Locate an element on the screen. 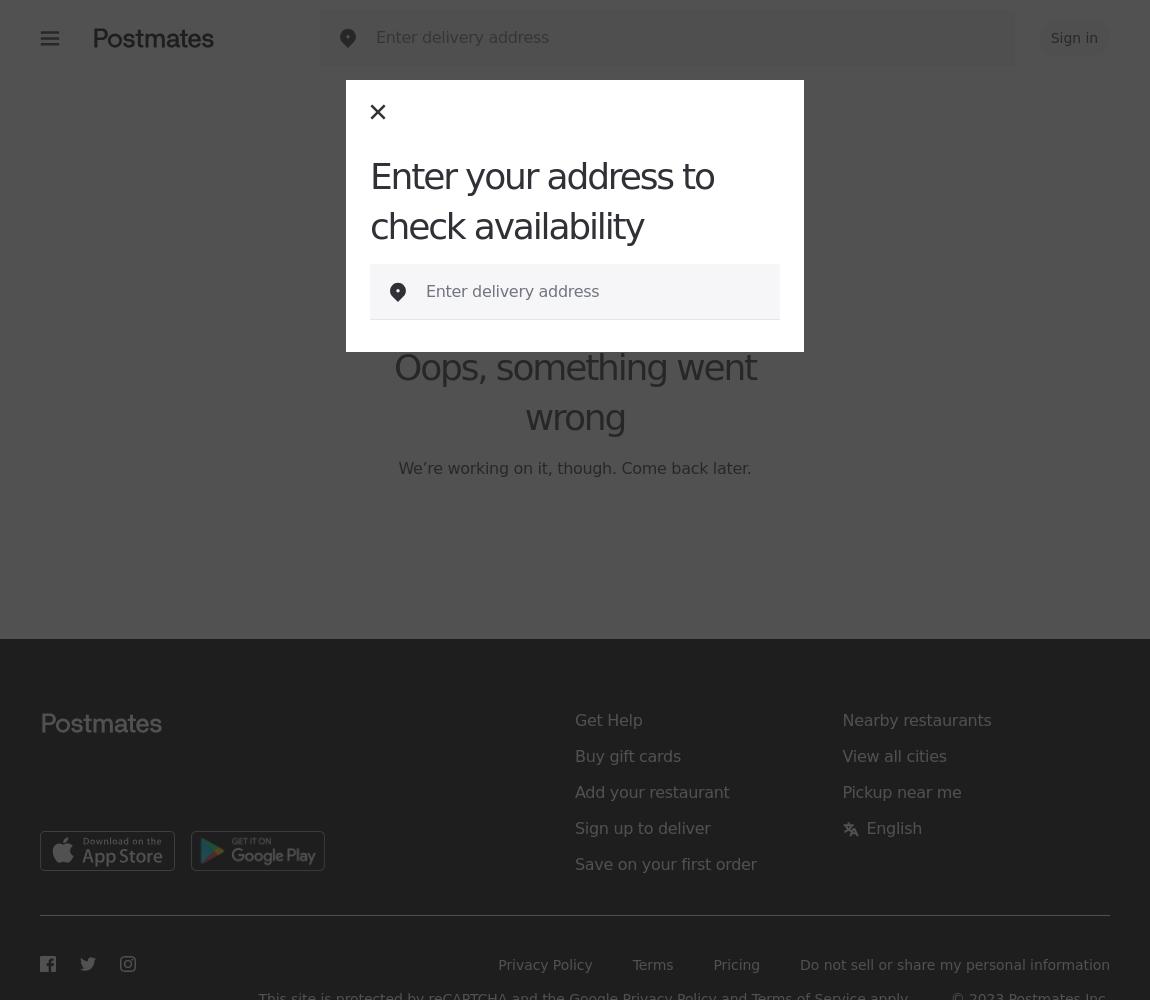  'We’re working on it, though. Come back later.' is located at coordinates (574, 467).